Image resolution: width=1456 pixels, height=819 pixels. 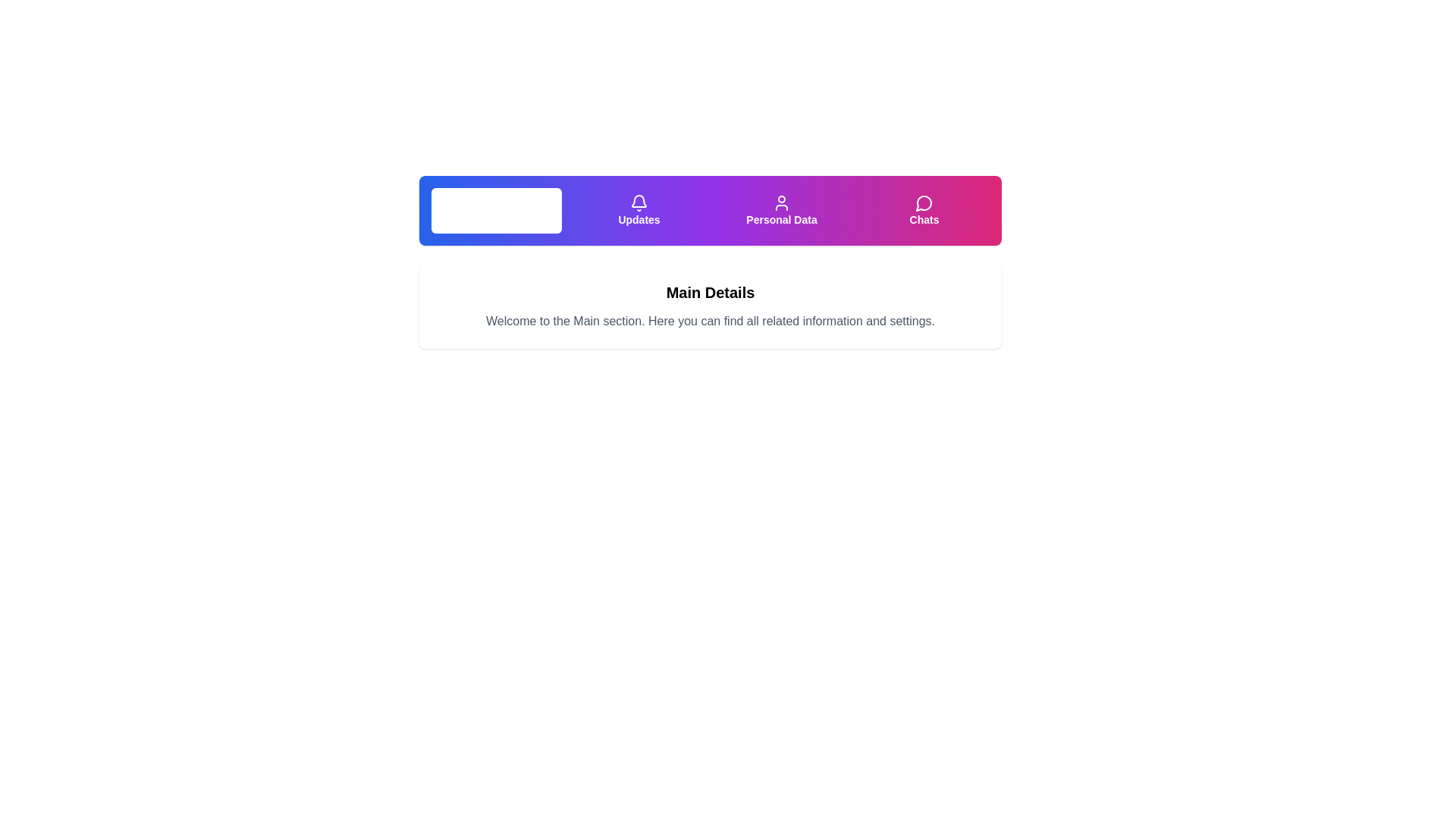 What do you see at coordinates (782, 202) in the screenshot?
I see `the 'Personal Data' icon located in the navigation bar, which is visually represented on a purple background and positioned above the text label 'Personal Data'` at bounding box center [782, 202].